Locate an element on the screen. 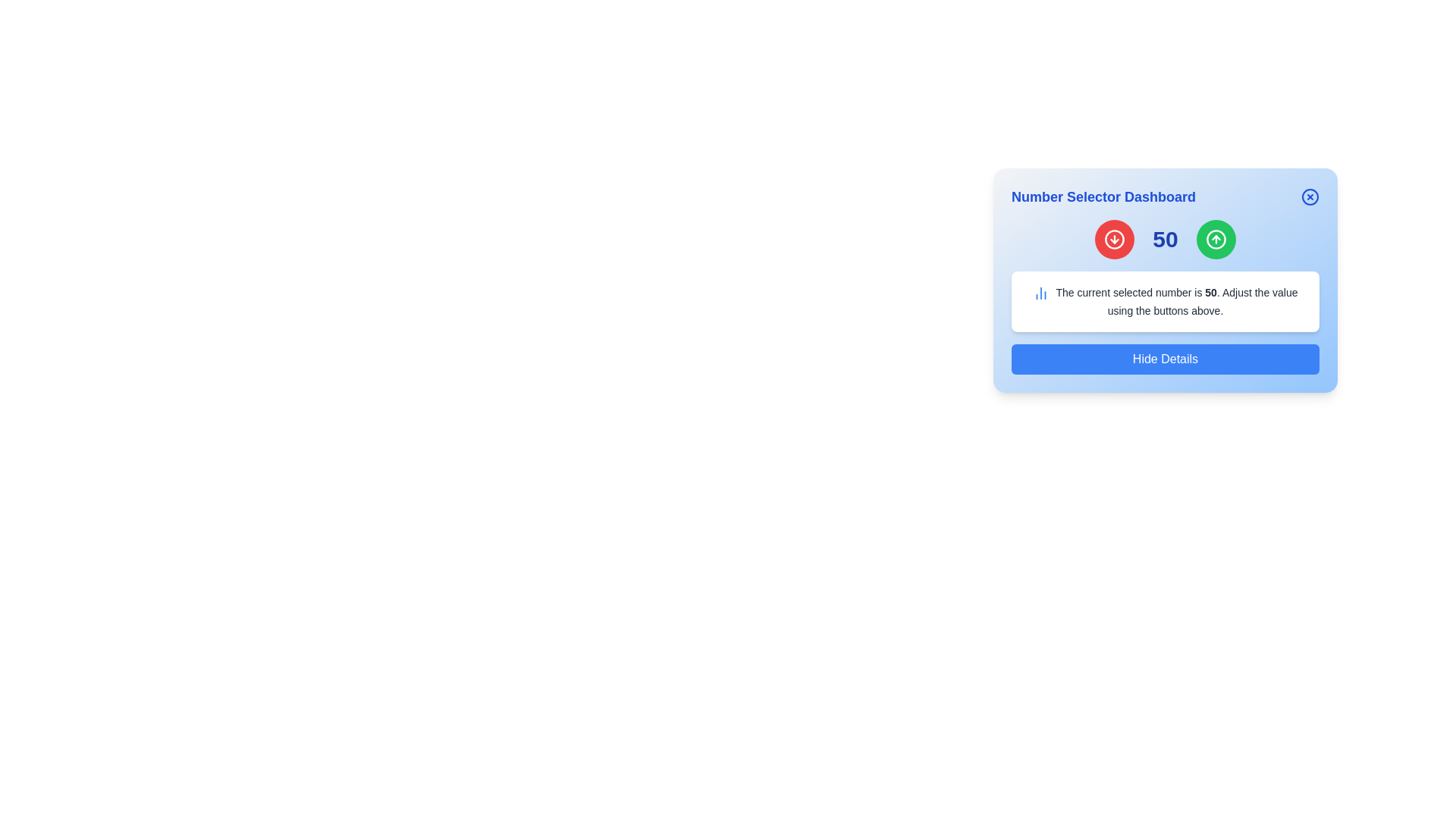  the closing icon button located in the top-right corner of the 'Number Selector Dashboard' component is located at coordinates (1310, 196).